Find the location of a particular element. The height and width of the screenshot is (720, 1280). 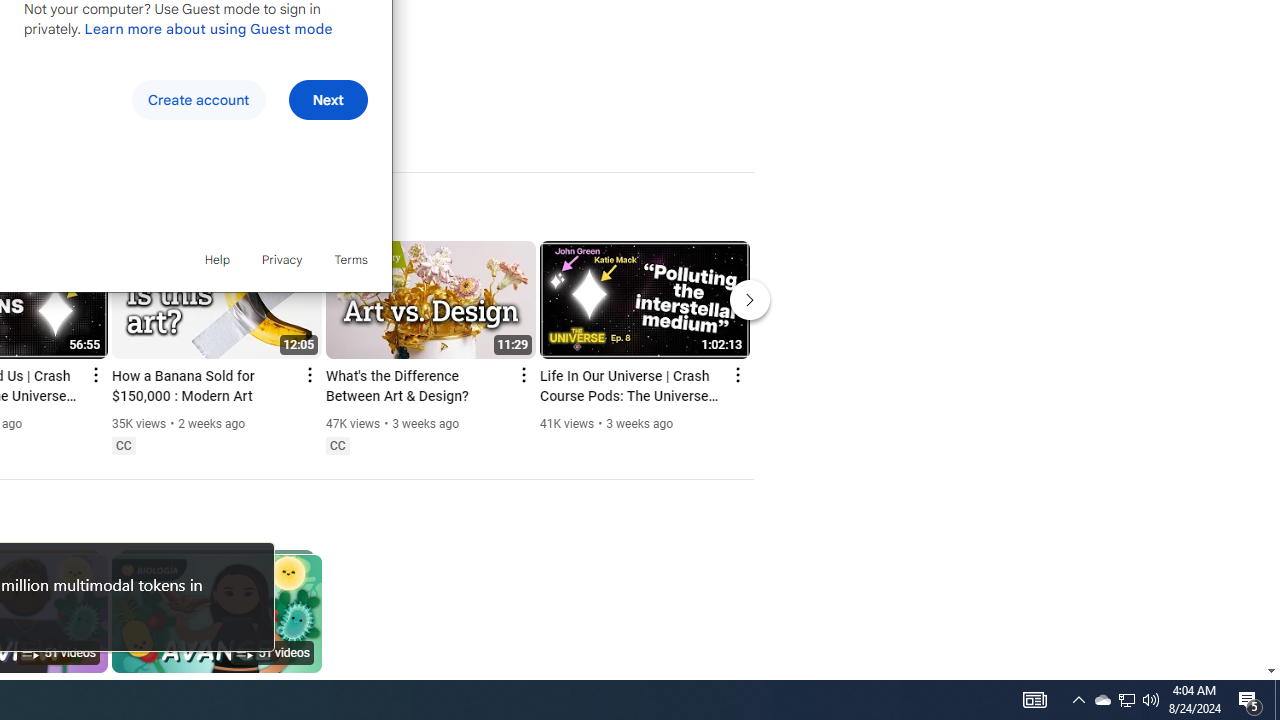

'Learn more about using Guest mode' is located at coordinates (208, 28).